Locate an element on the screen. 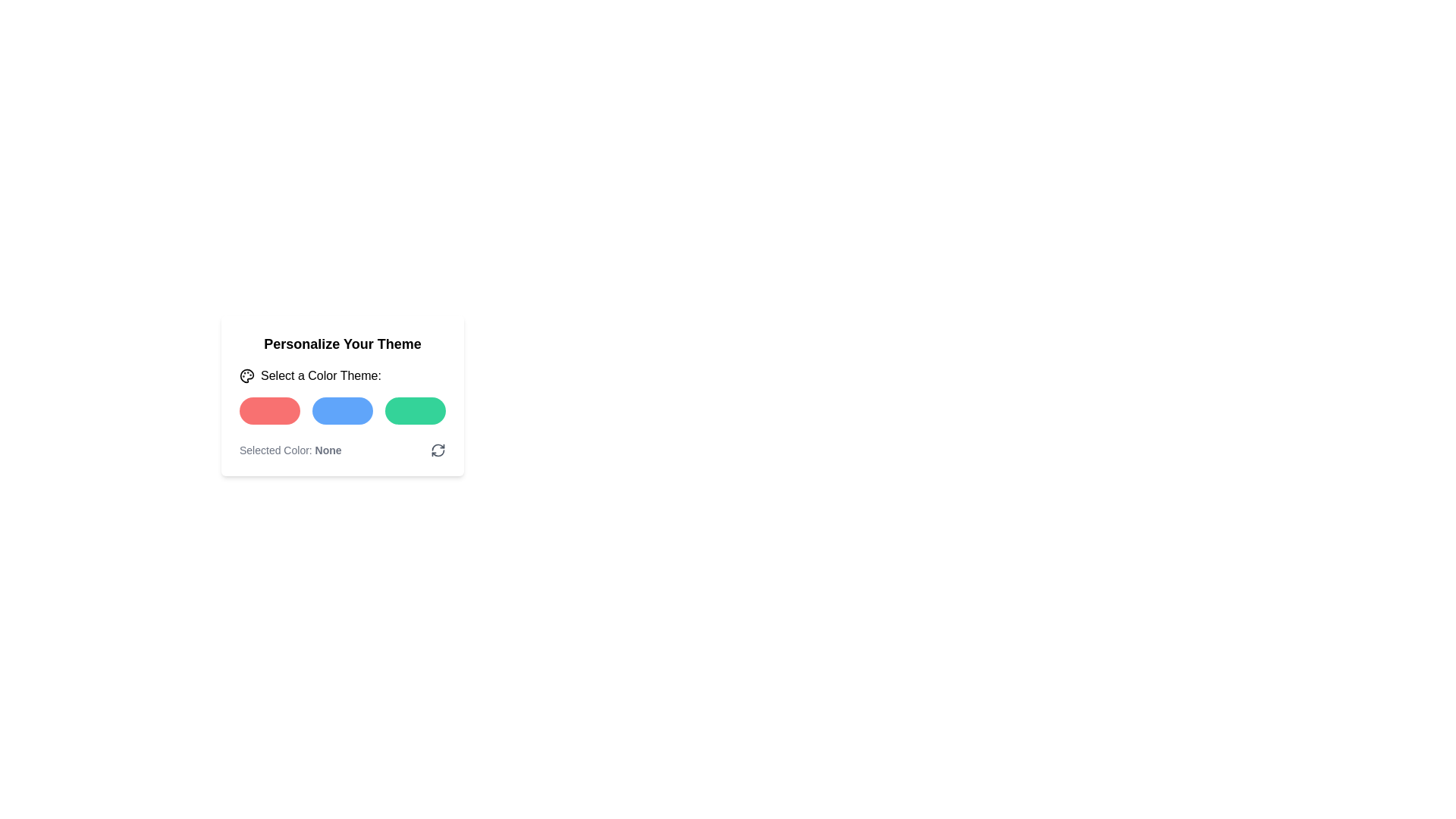 The image size is (1456, 819). text displayed in the small text label that shows 'None', which is part of the larger text component 'Selected Color: None' in the card-like UI labeled 'Personalize Your Theme' is located at coordinates (328, 450).